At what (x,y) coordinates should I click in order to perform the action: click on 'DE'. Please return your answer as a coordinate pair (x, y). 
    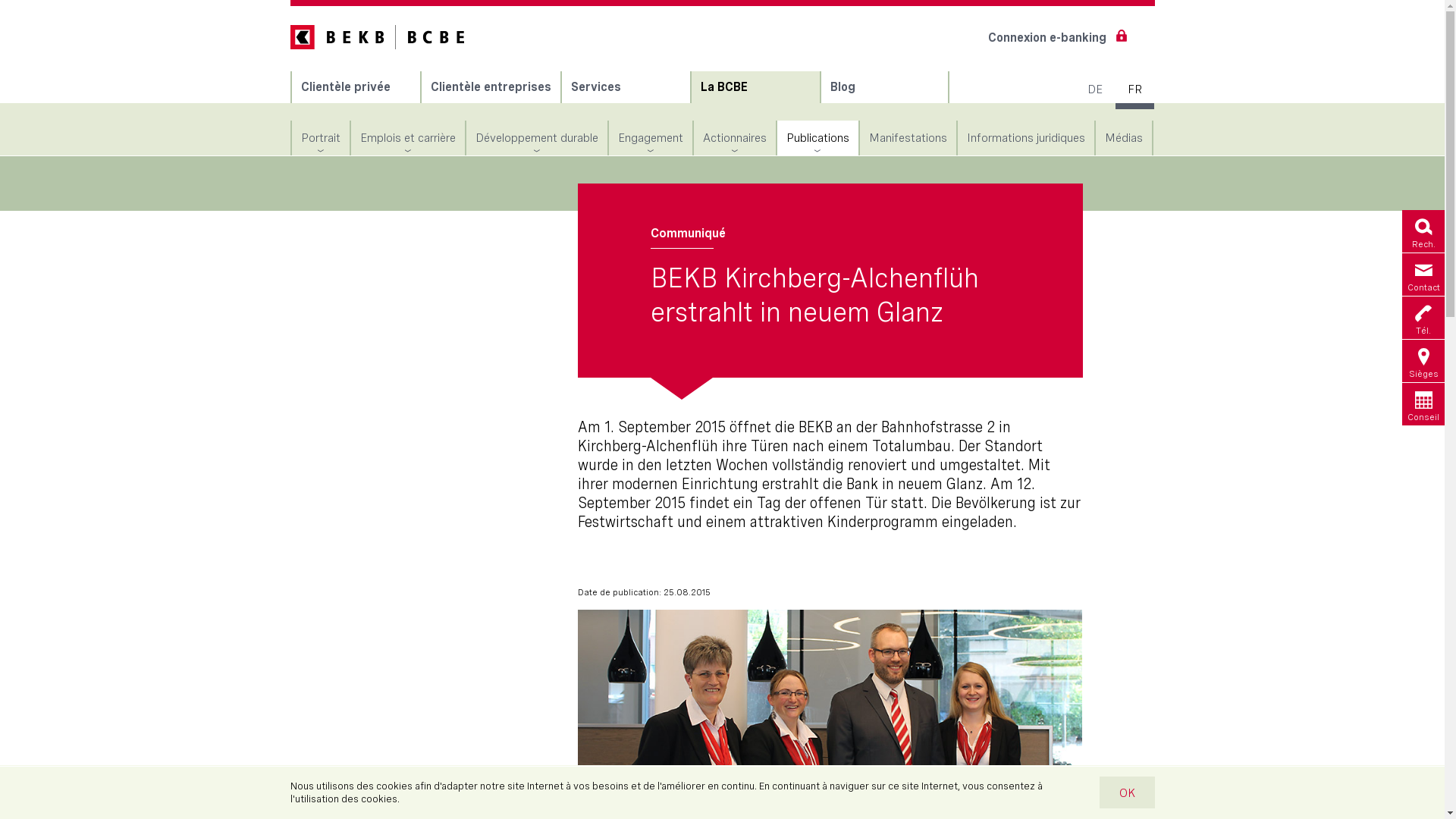
    Looking at the image, I should click on (1092, 89).